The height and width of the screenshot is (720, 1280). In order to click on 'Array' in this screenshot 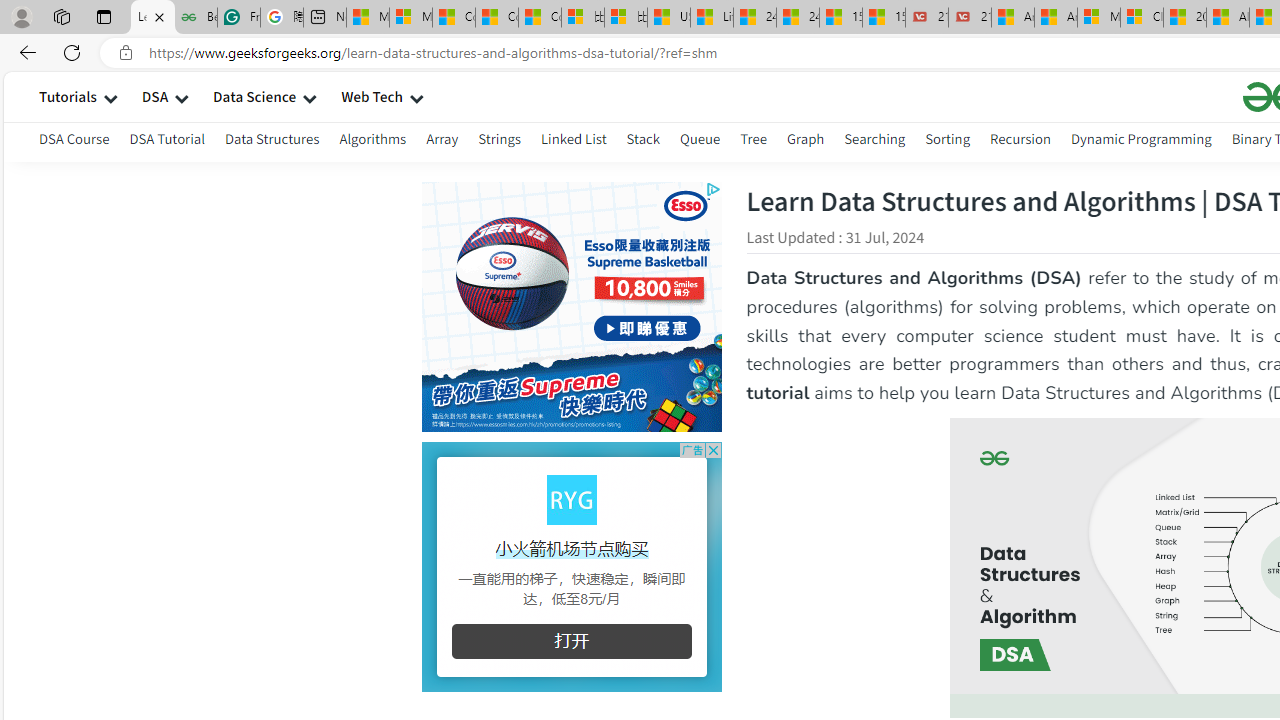, I will do `click(441, 141)`.